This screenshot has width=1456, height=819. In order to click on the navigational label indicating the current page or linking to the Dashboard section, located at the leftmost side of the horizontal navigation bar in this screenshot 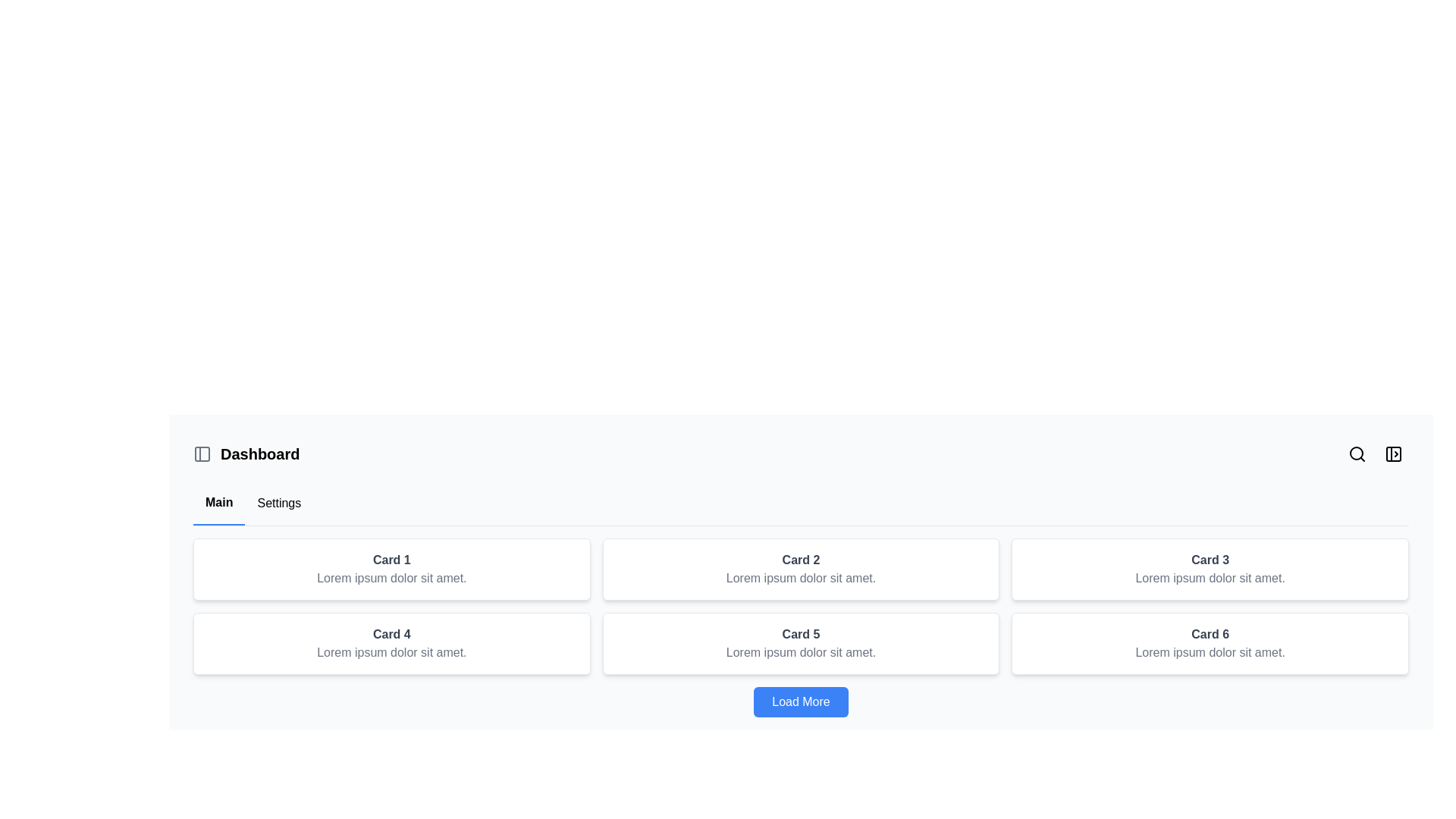, I will do `click(246, 453)`.